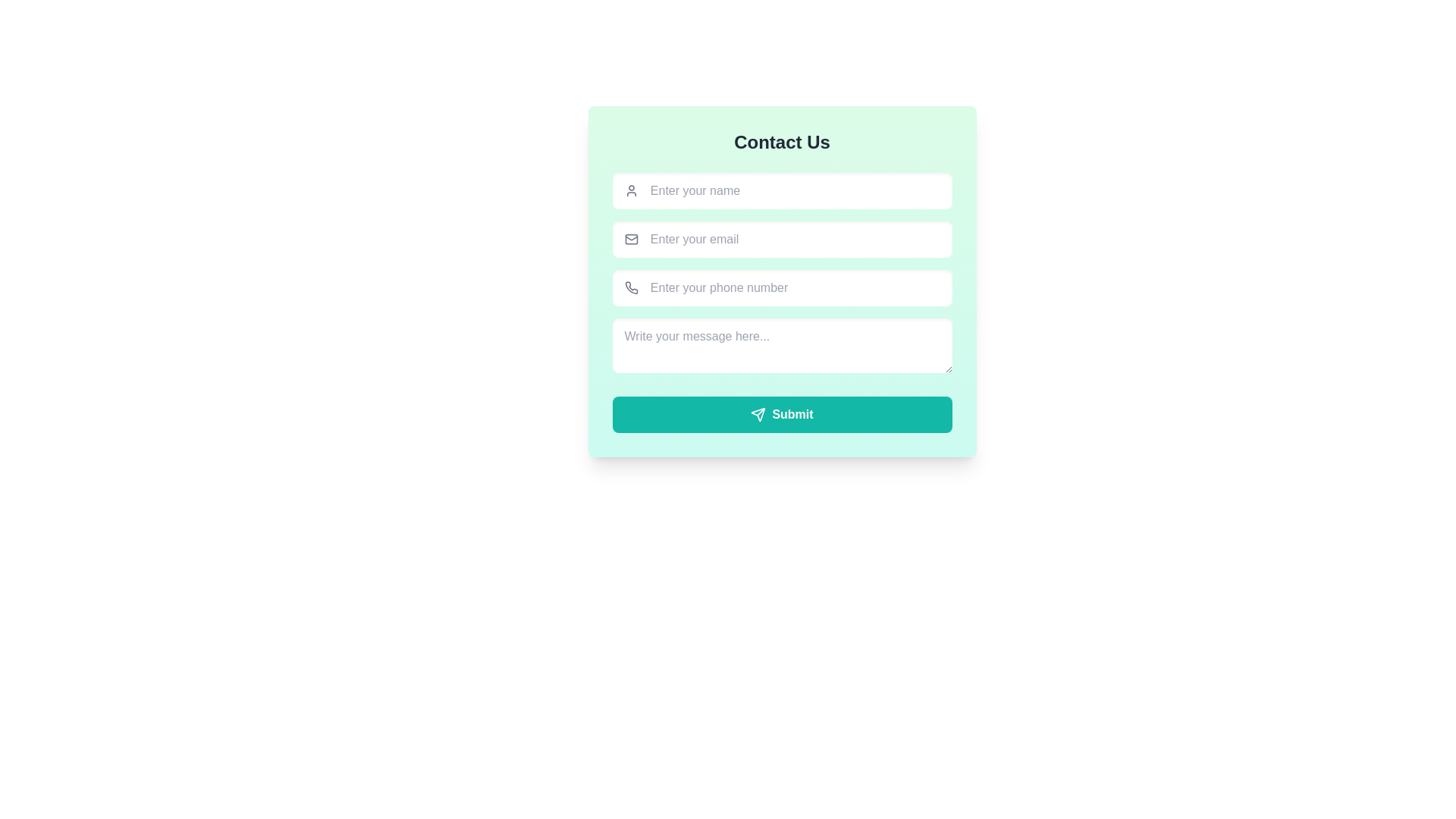 This screenshot has width=1456, height=819. What do you see at coordinates (758, 415) in the screenshot?
I see `the icon located inside the teal 'Submit' button, which visually represents the action of sending or submission, positioned to the left of the 'Submit' text` at bounding box center [758, 415].